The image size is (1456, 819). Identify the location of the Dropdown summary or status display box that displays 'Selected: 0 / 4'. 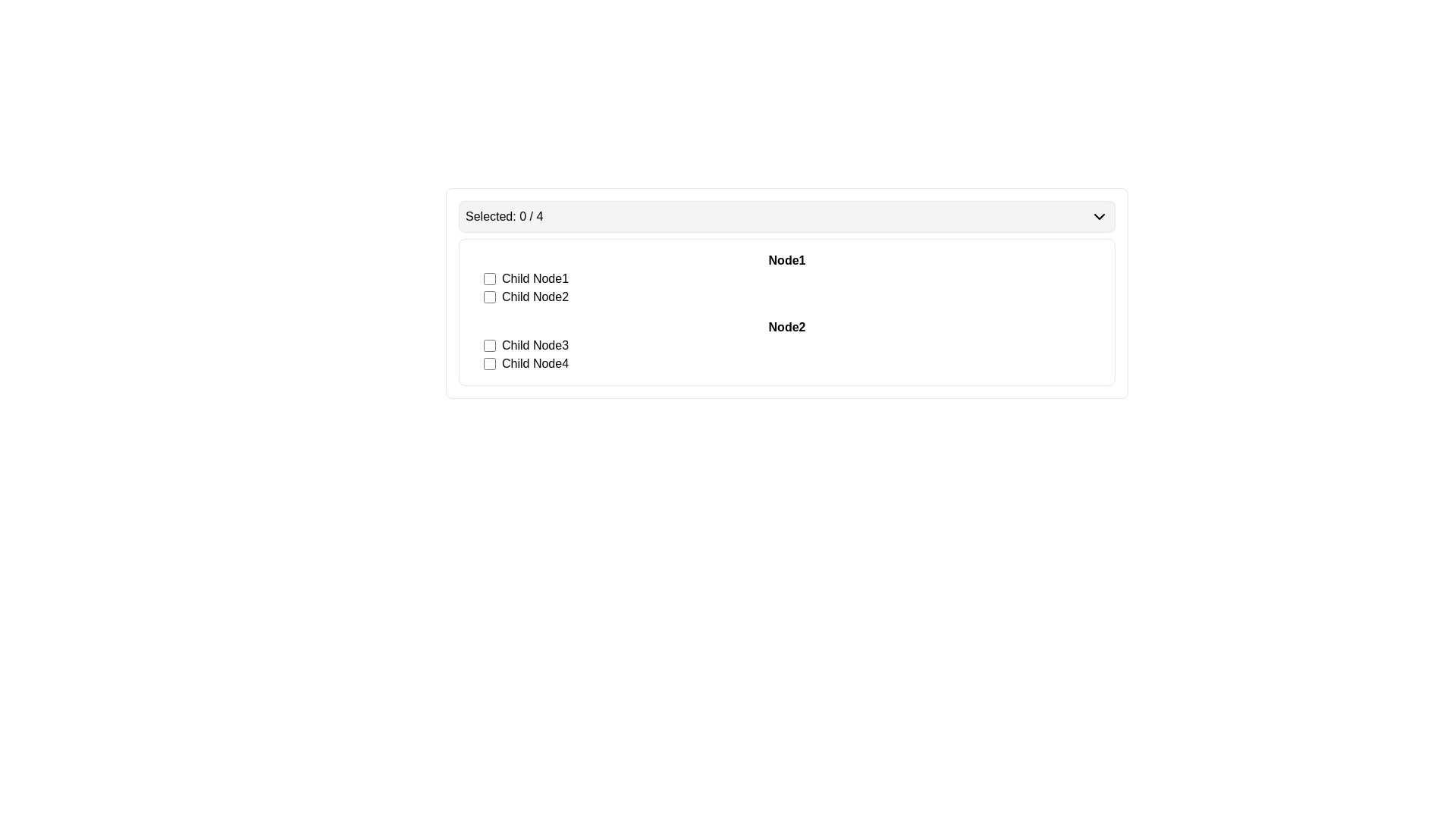
(786, 216).